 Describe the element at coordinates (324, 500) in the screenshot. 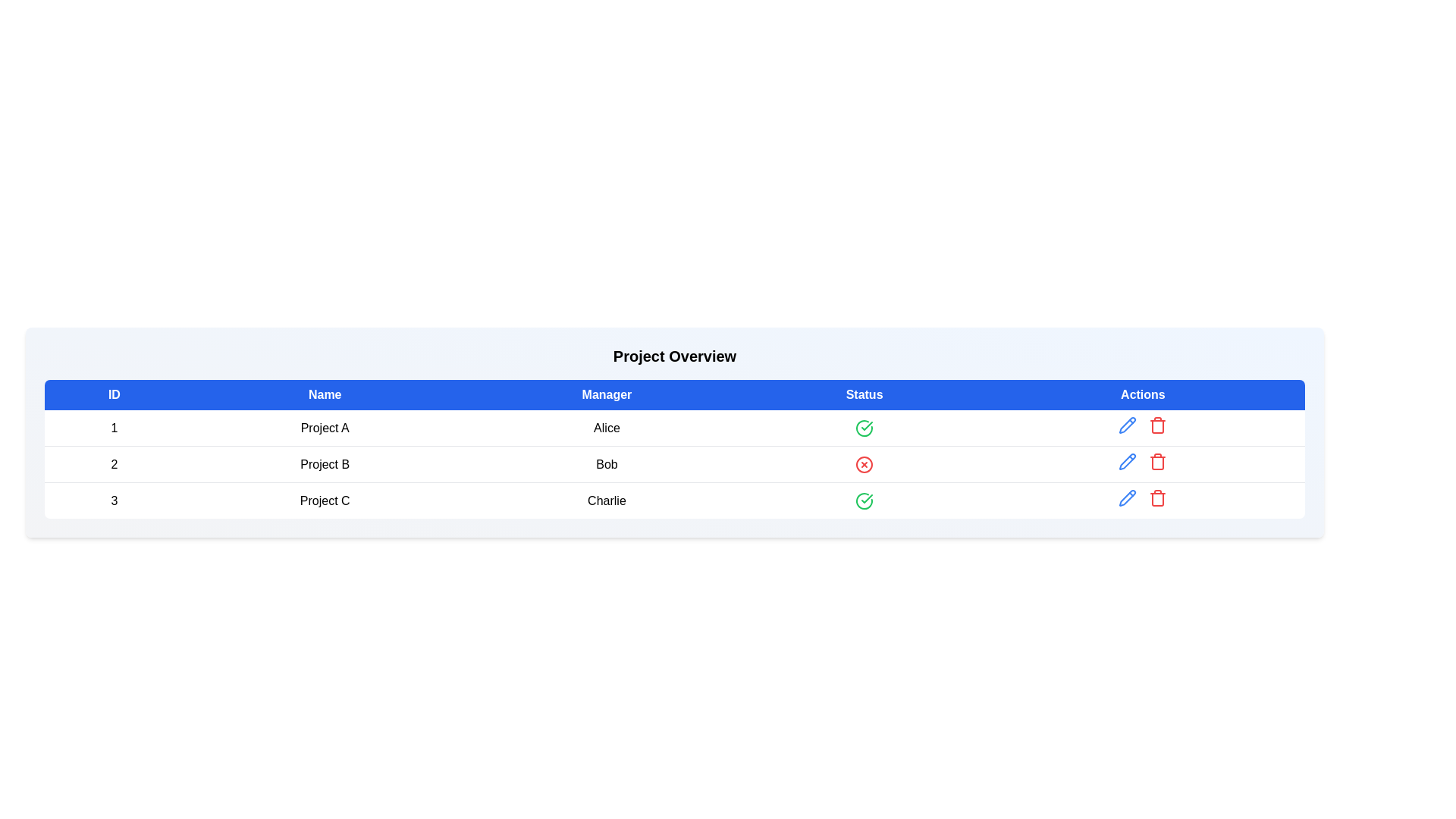

I see `the text label representing 'Project C' in the second column of the third row of the project data table` at that location.